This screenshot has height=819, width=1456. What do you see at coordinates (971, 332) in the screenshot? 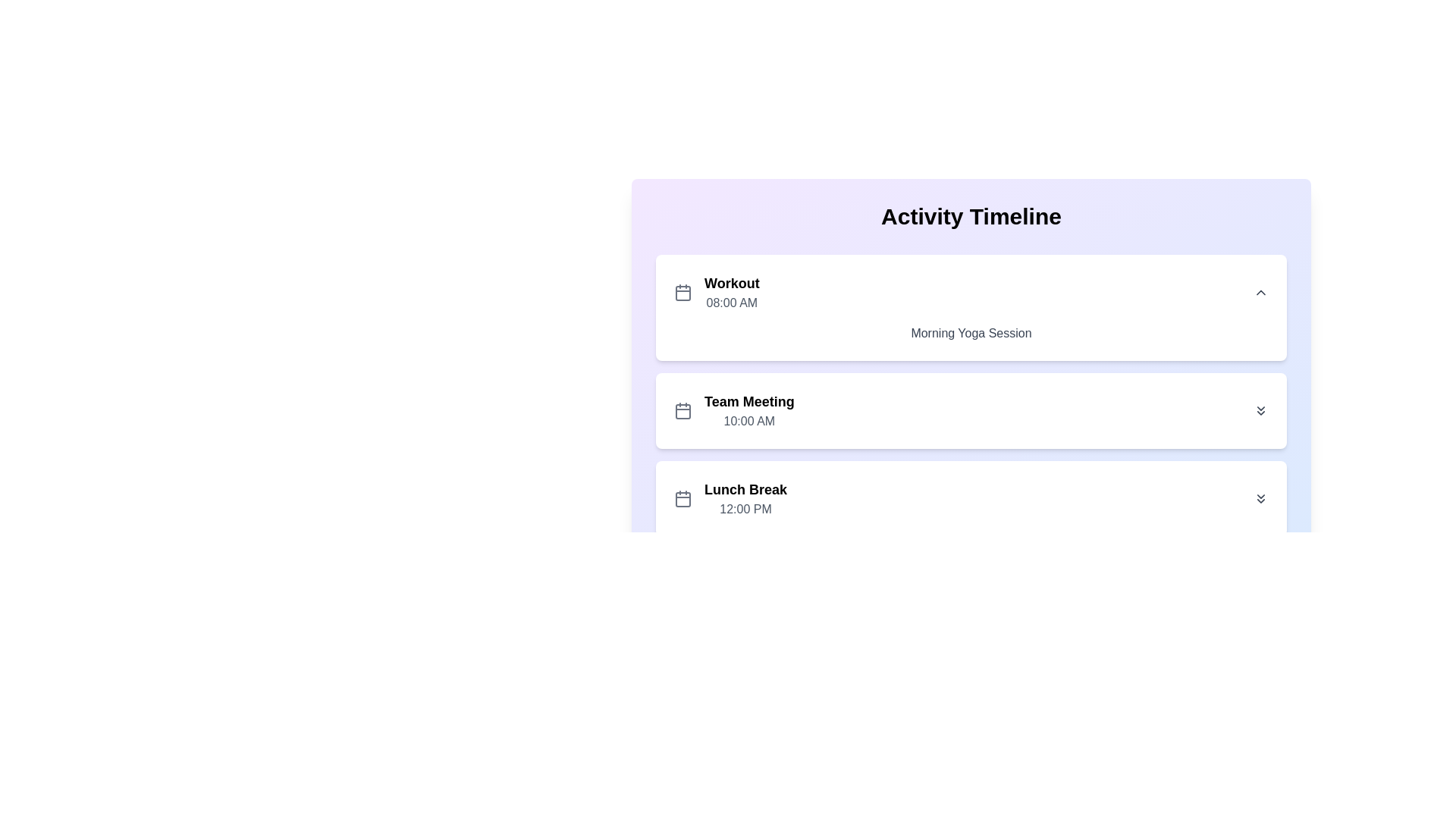
I see `the text label that describes the event or session within the 'Workout 08:00 AM' card, located beneath the '08:00 AM' time indicator` at bounding box center [971, 332].